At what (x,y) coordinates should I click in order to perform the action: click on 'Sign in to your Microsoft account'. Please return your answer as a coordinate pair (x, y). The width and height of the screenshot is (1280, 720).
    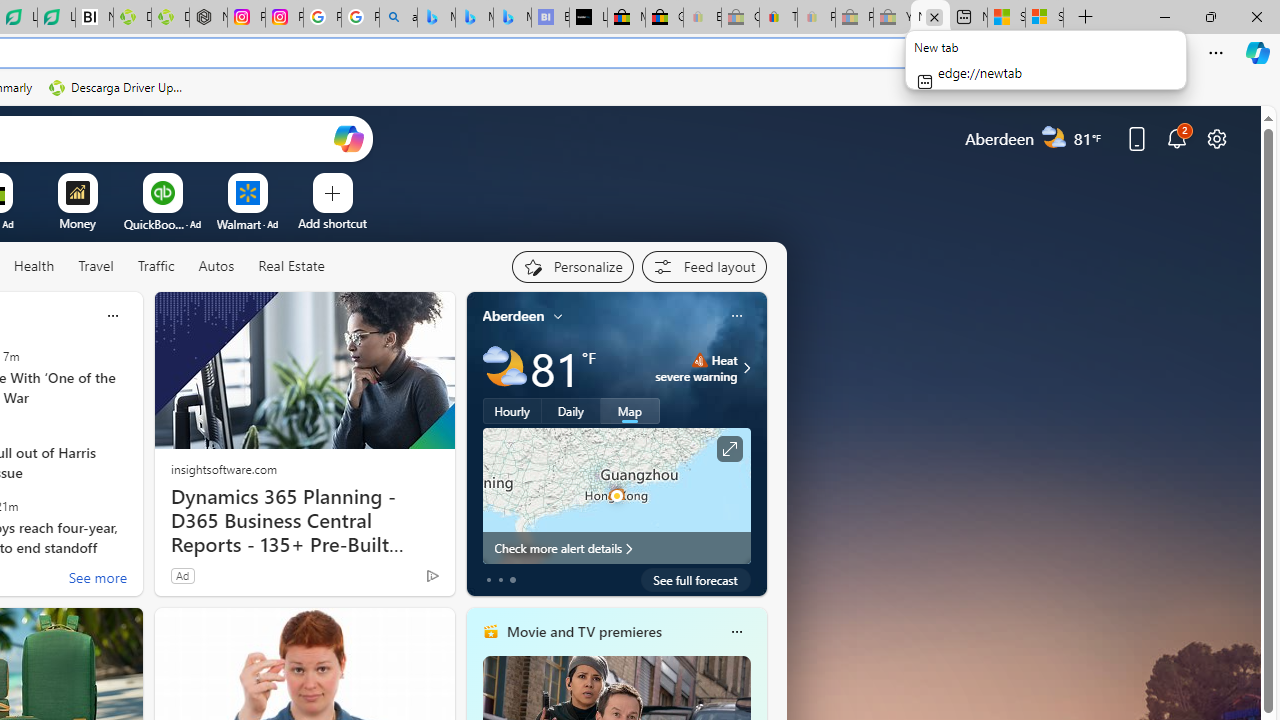
    Looking at the image, I should click on (1044, 17).